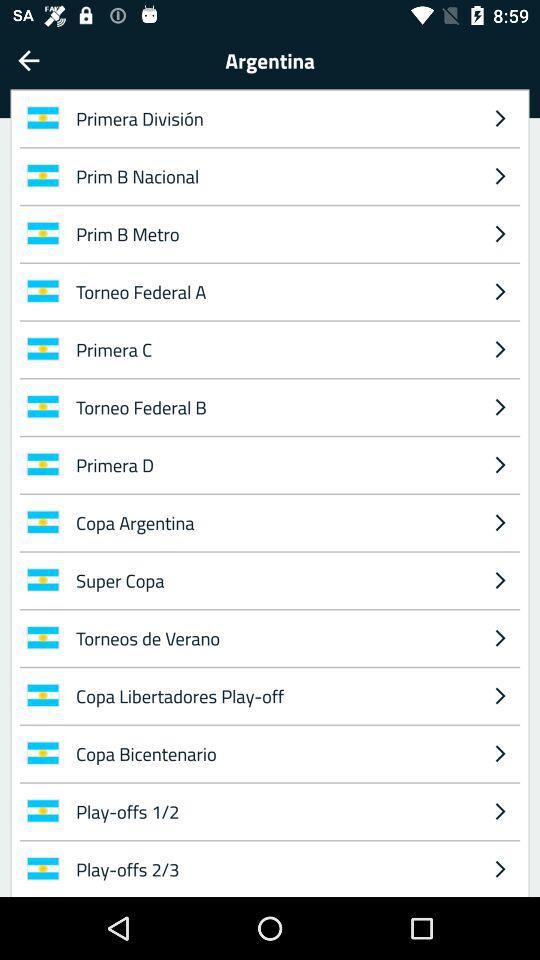  Describe the element at coordinates (499, 405) in the screenshot. I see `the icon next to primera c item` at that location.